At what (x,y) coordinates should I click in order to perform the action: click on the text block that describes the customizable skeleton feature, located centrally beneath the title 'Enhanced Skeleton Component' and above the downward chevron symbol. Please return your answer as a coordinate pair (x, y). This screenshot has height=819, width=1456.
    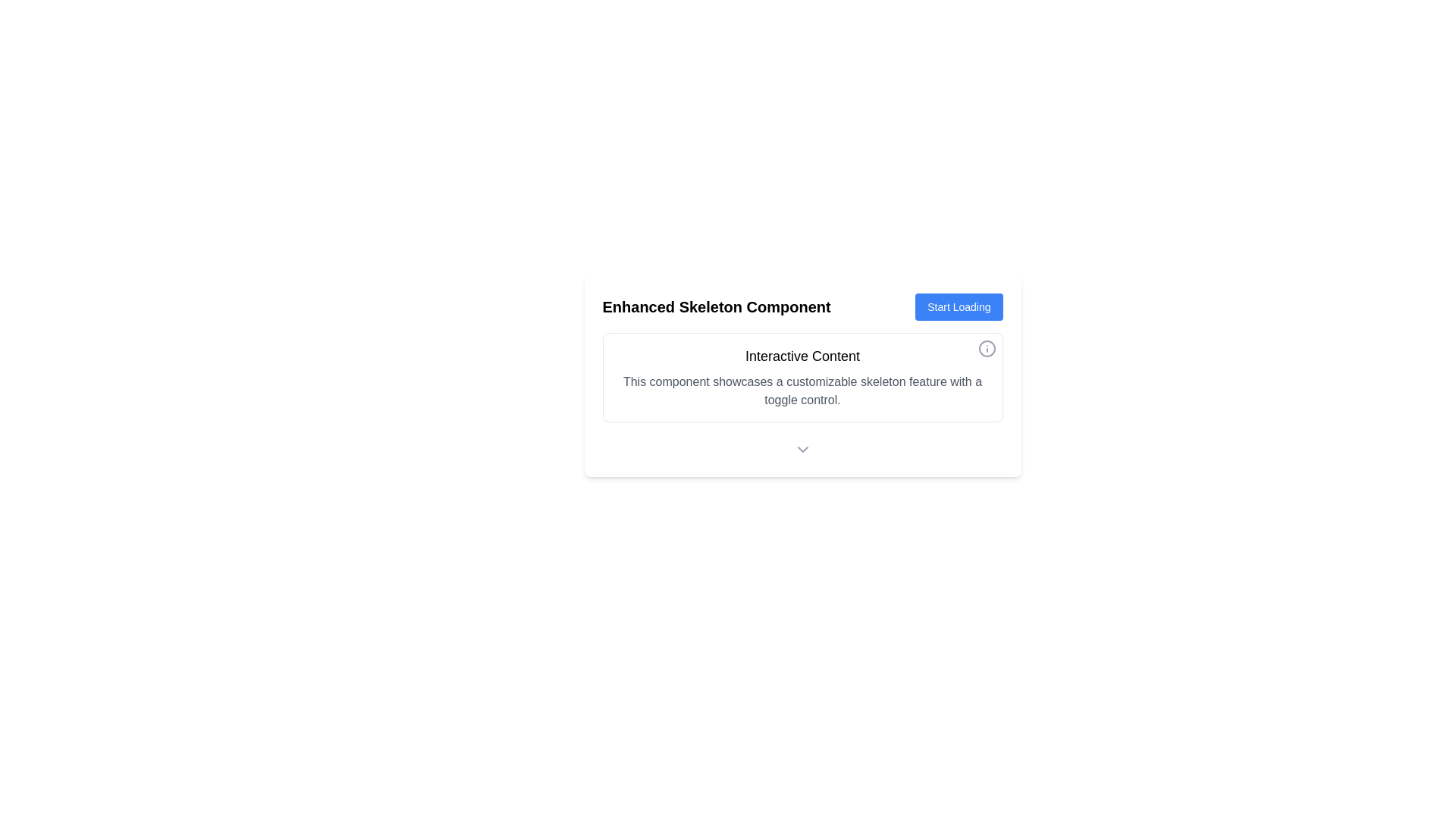
    Looking at the image, I should click on (802, 376).